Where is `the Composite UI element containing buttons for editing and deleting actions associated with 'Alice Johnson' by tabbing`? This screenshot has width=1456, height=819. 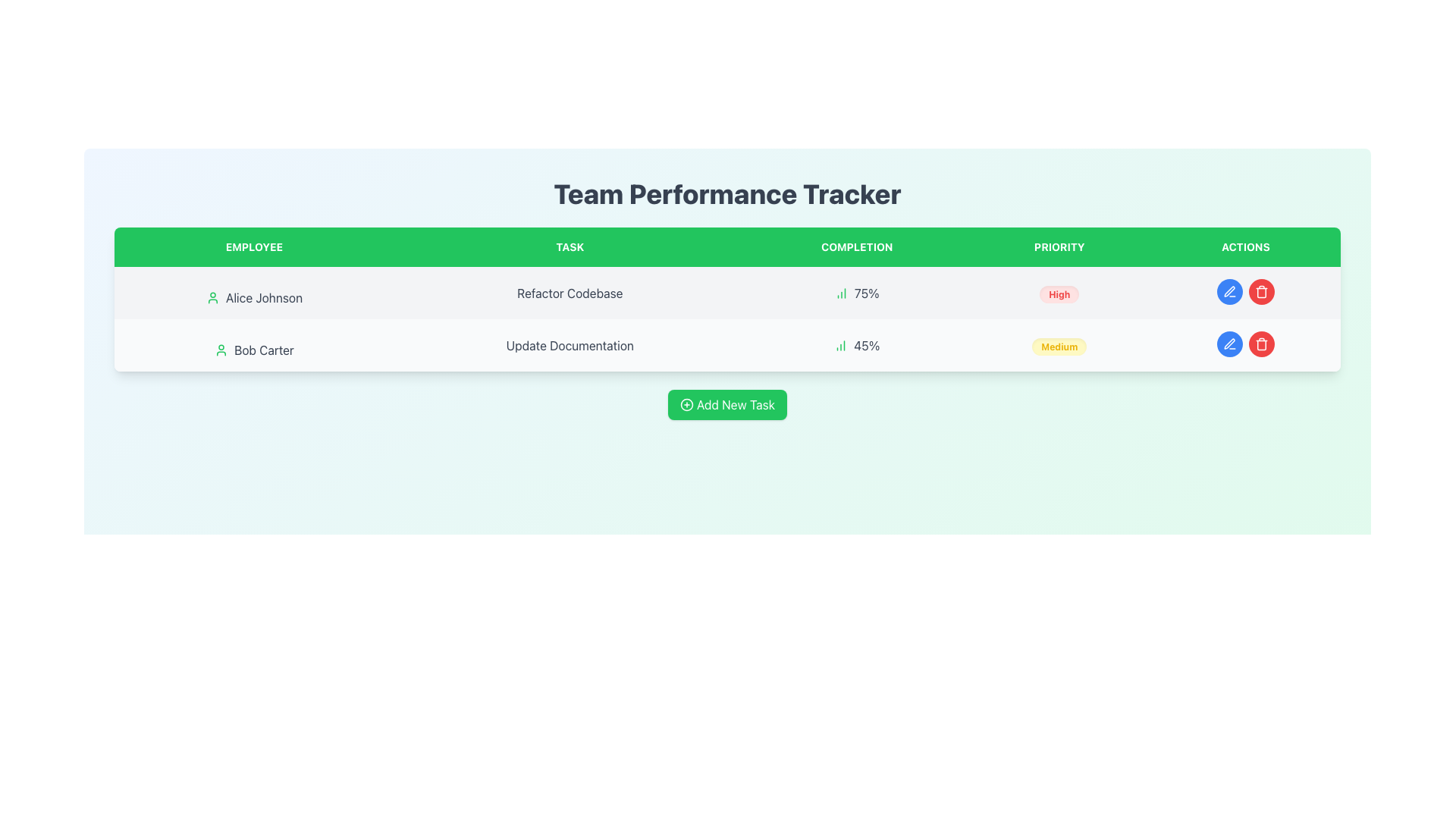
the Composite UI element containing buttons for editing and deleting actions associated with 'Alice Johnson' by tabbing is located at coordinates (1245, 292).